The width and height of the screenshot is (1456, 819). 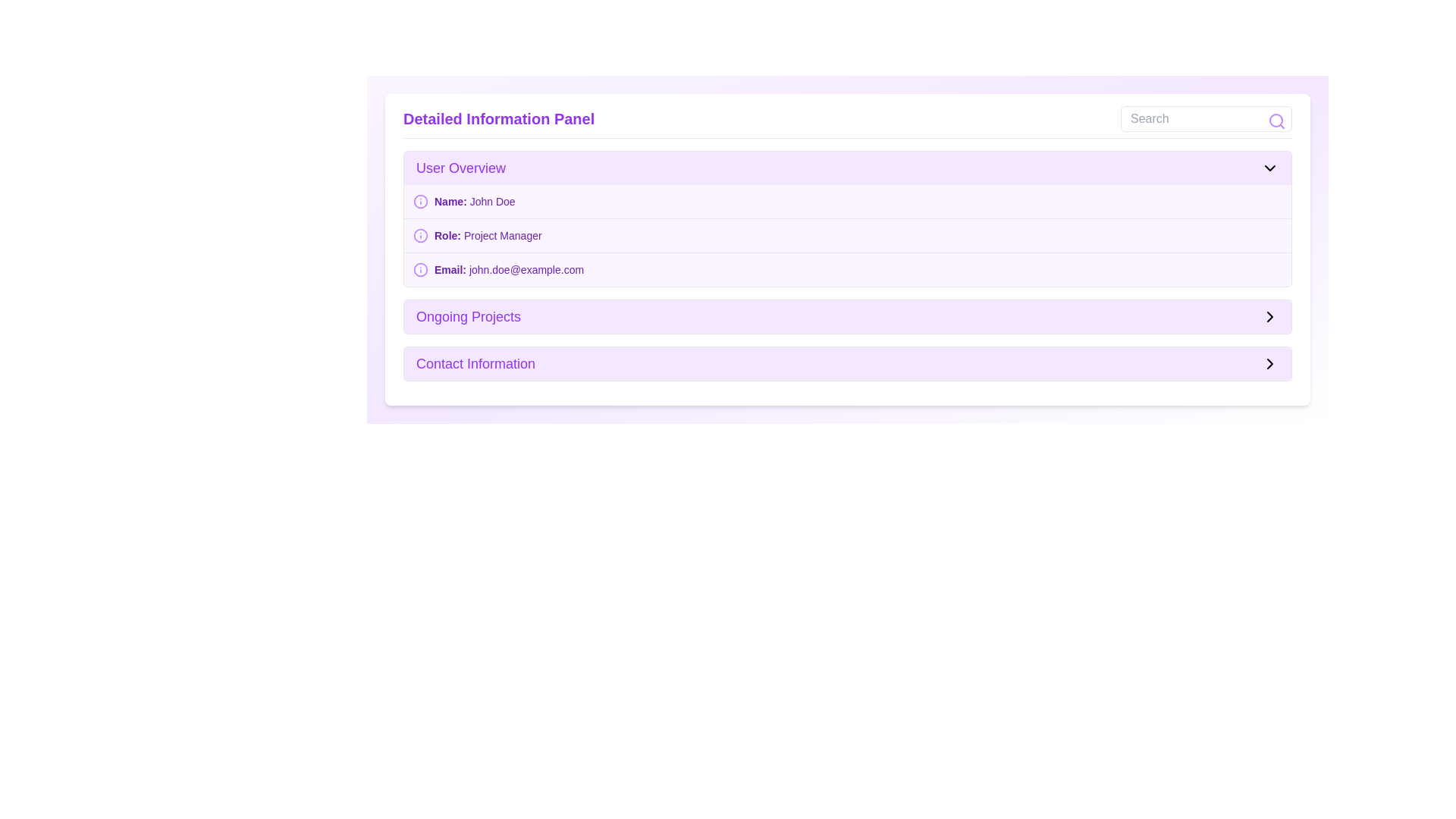 I want to click on the rightward-pointing chevron arrow icon, so click(x=1270, y=315).